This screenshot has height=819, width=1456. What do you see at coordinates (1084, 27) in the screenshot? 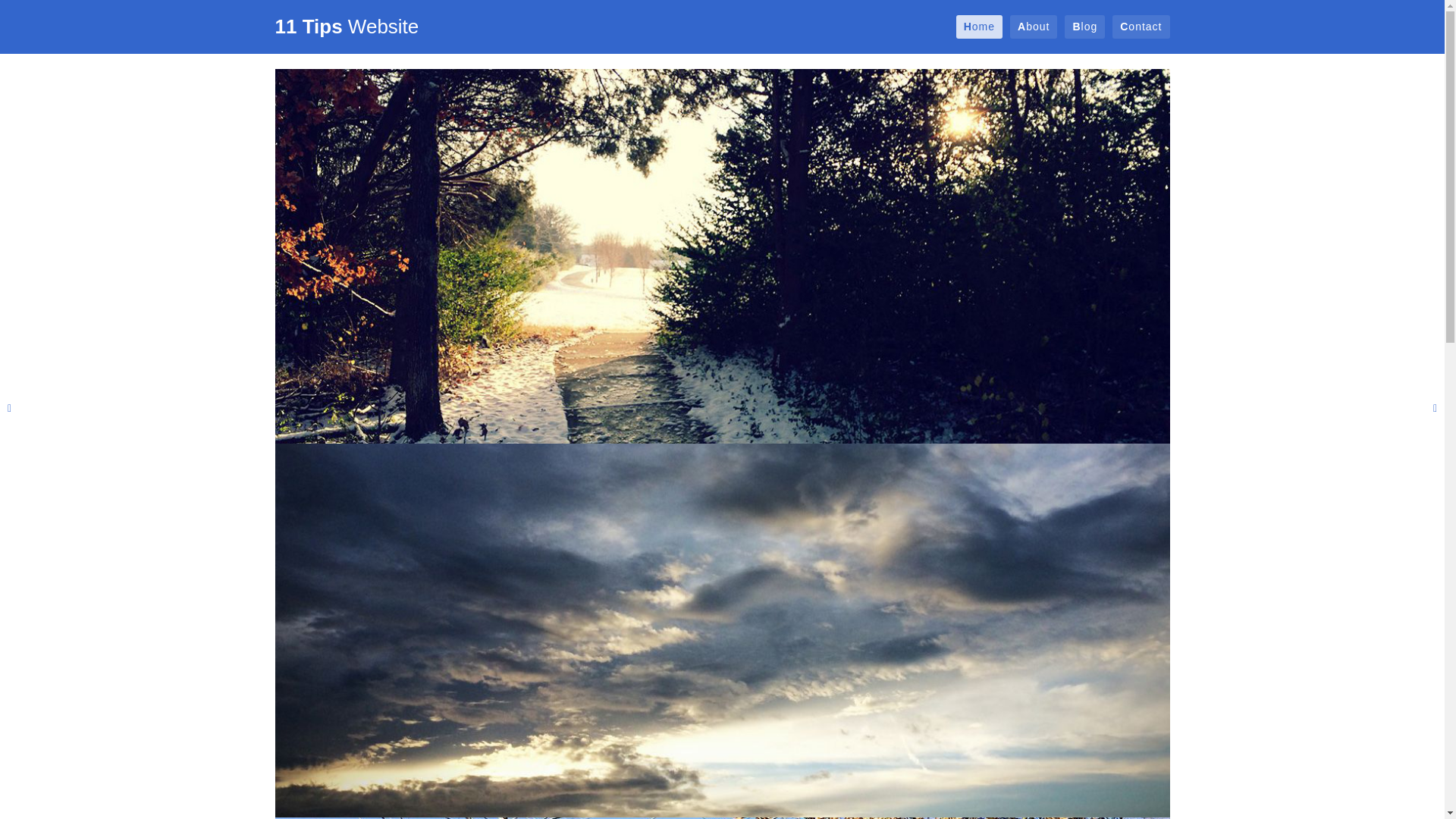
I see `'Blog'` at bounding box center [1084, 27].